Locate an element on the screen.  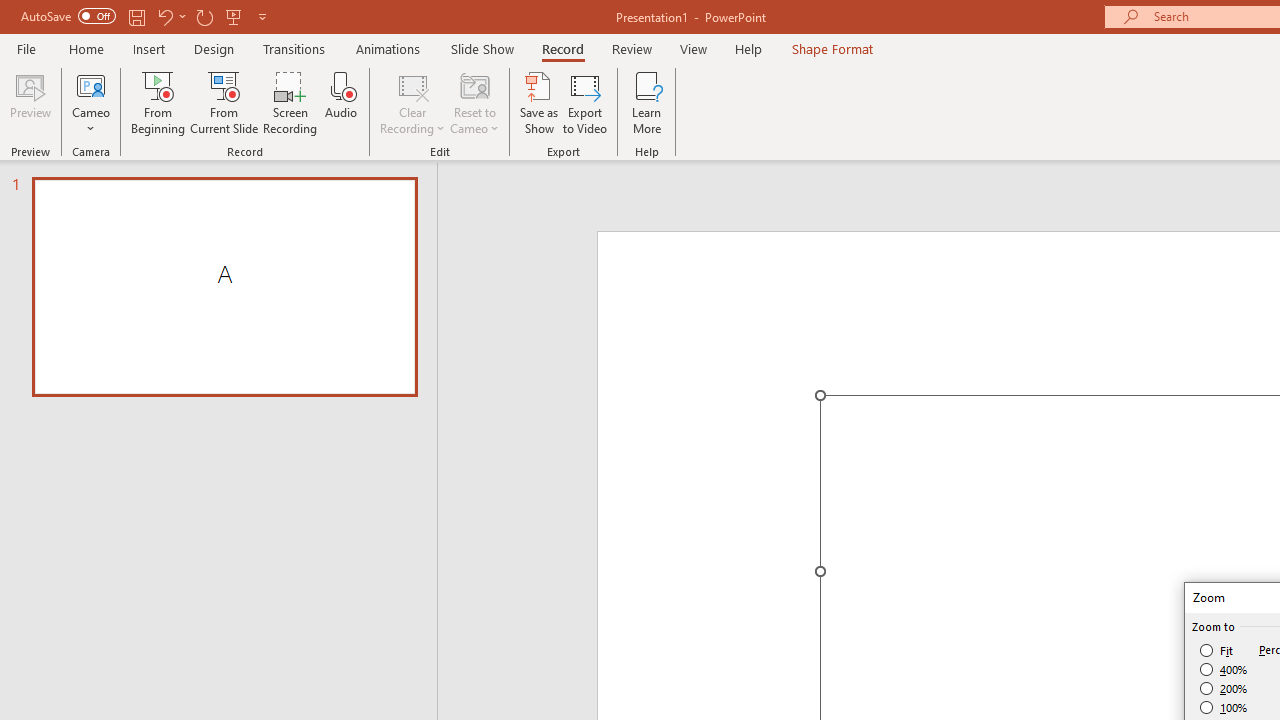
'Reset to Cameo' is located at coordinates (473, 103).